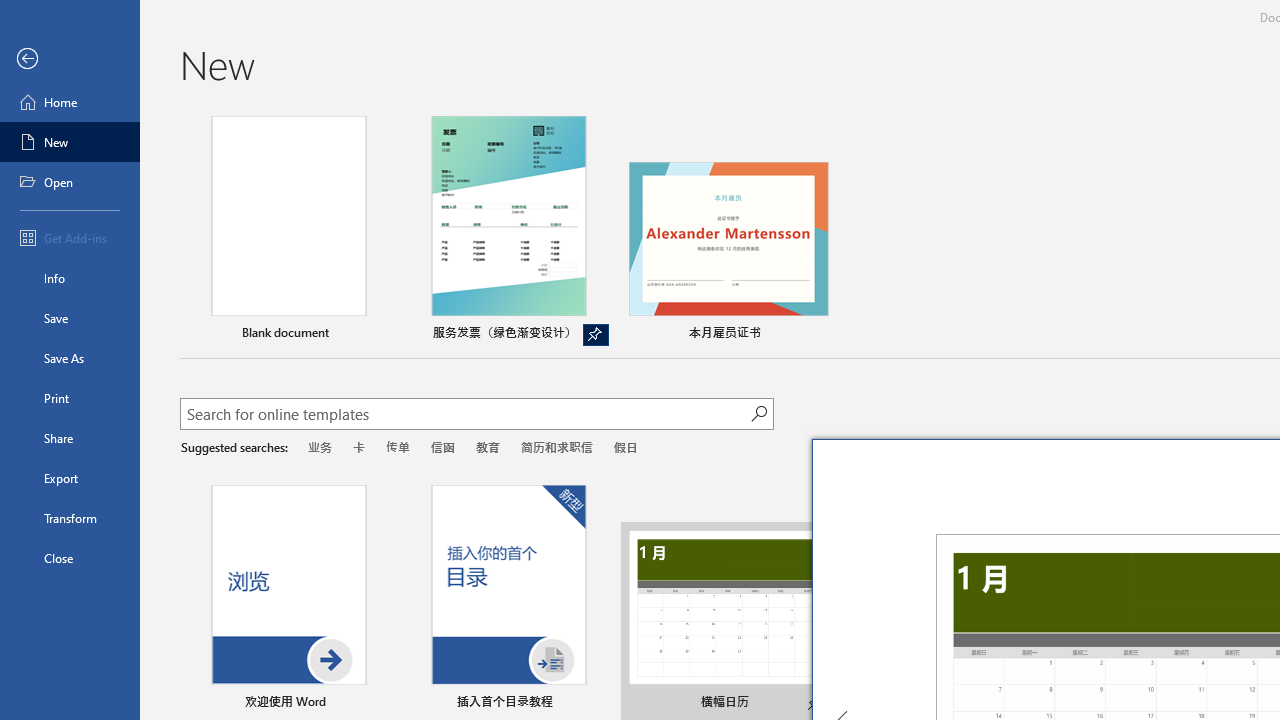 The height and width of the screenshot is (720, 1280). I want to click on 'Unpin from list', so click(594, 334).